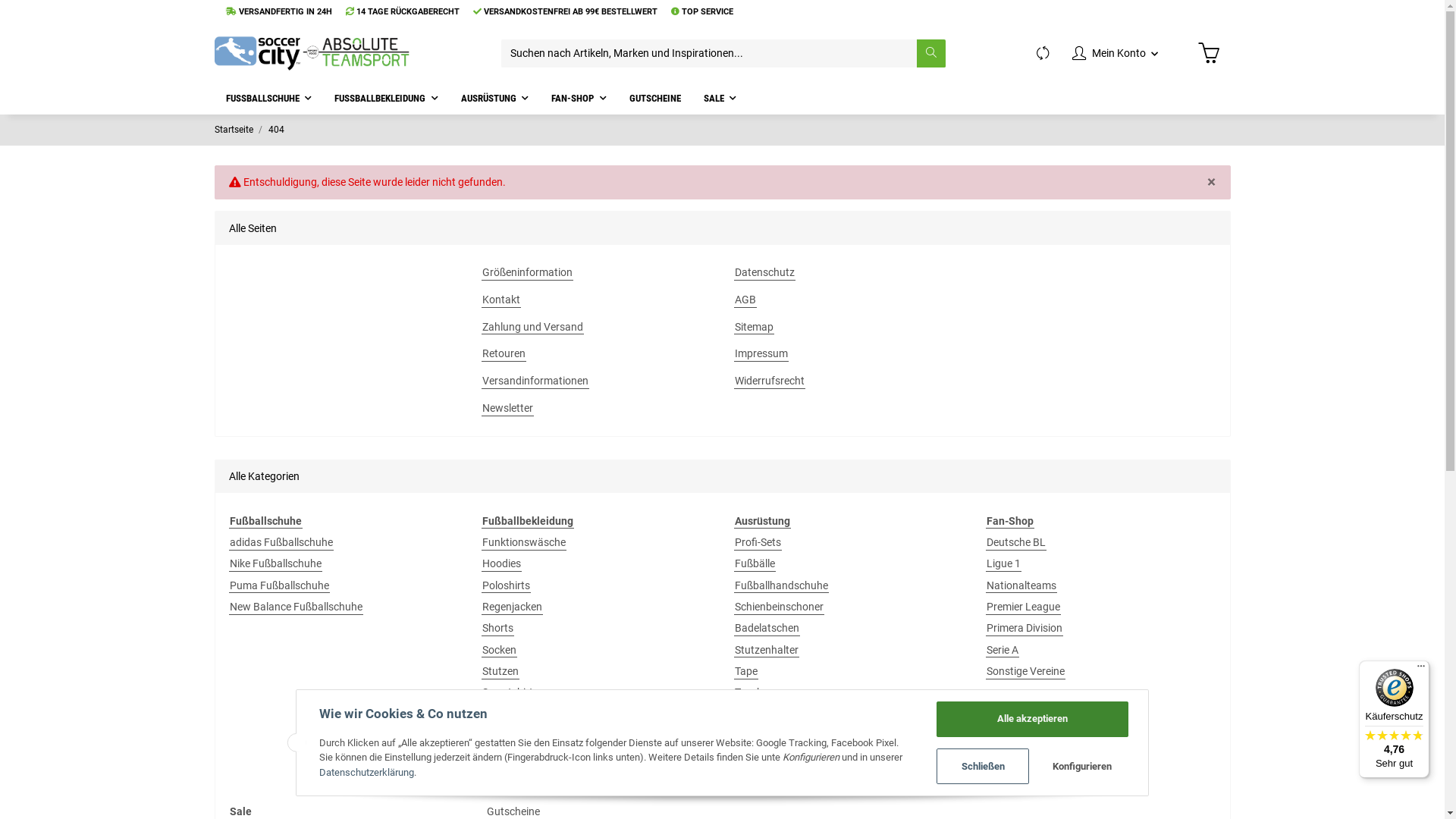 Image resolution: width=1456 pixels, height=819 pixels. Describe the element at coordinates (754, 326) in the screenshot. I see `'Sitemap'` at that location.